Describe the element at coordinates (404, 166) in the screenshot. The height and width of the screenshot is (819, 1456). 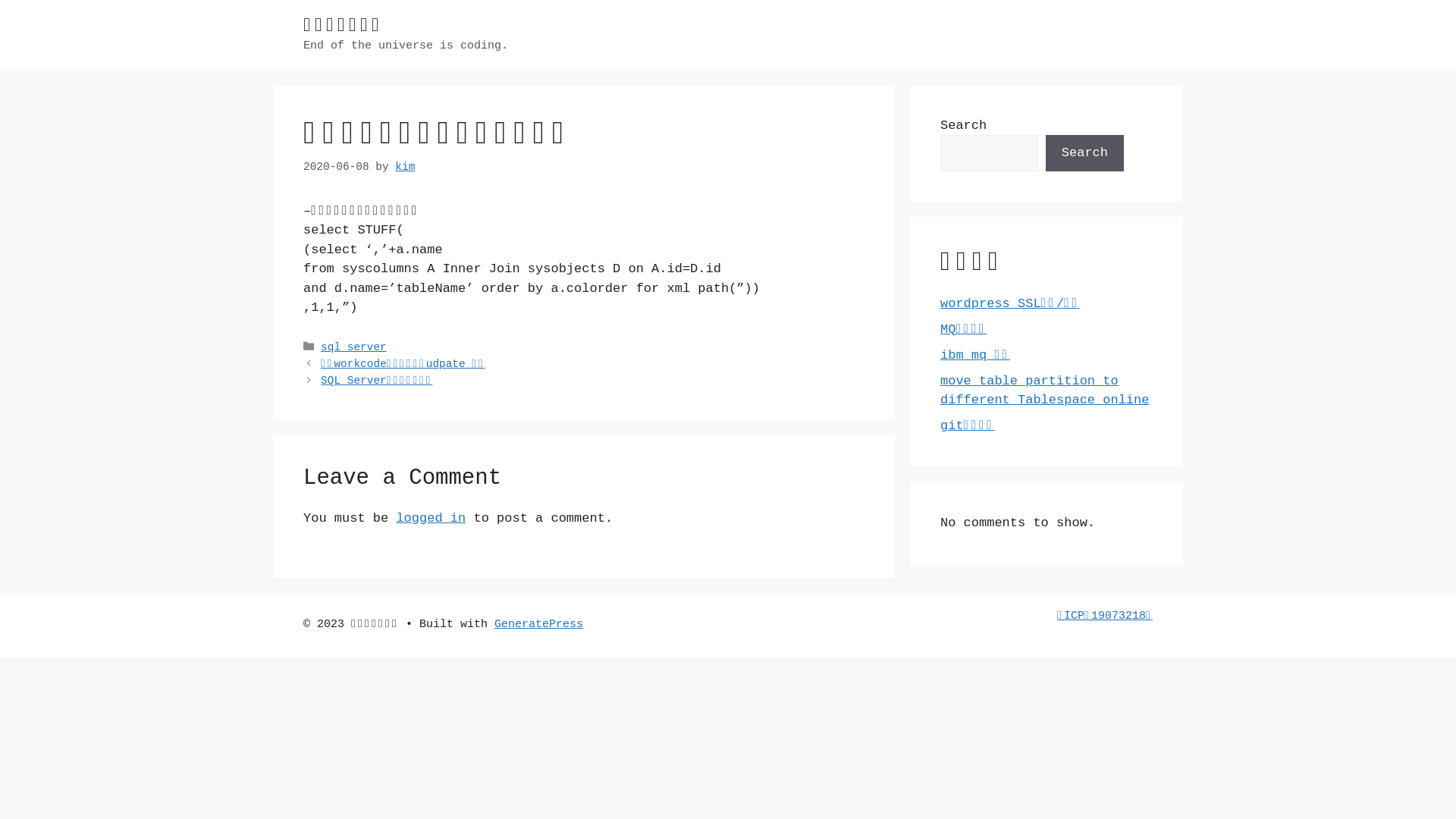
I see `'kim'` at that location.